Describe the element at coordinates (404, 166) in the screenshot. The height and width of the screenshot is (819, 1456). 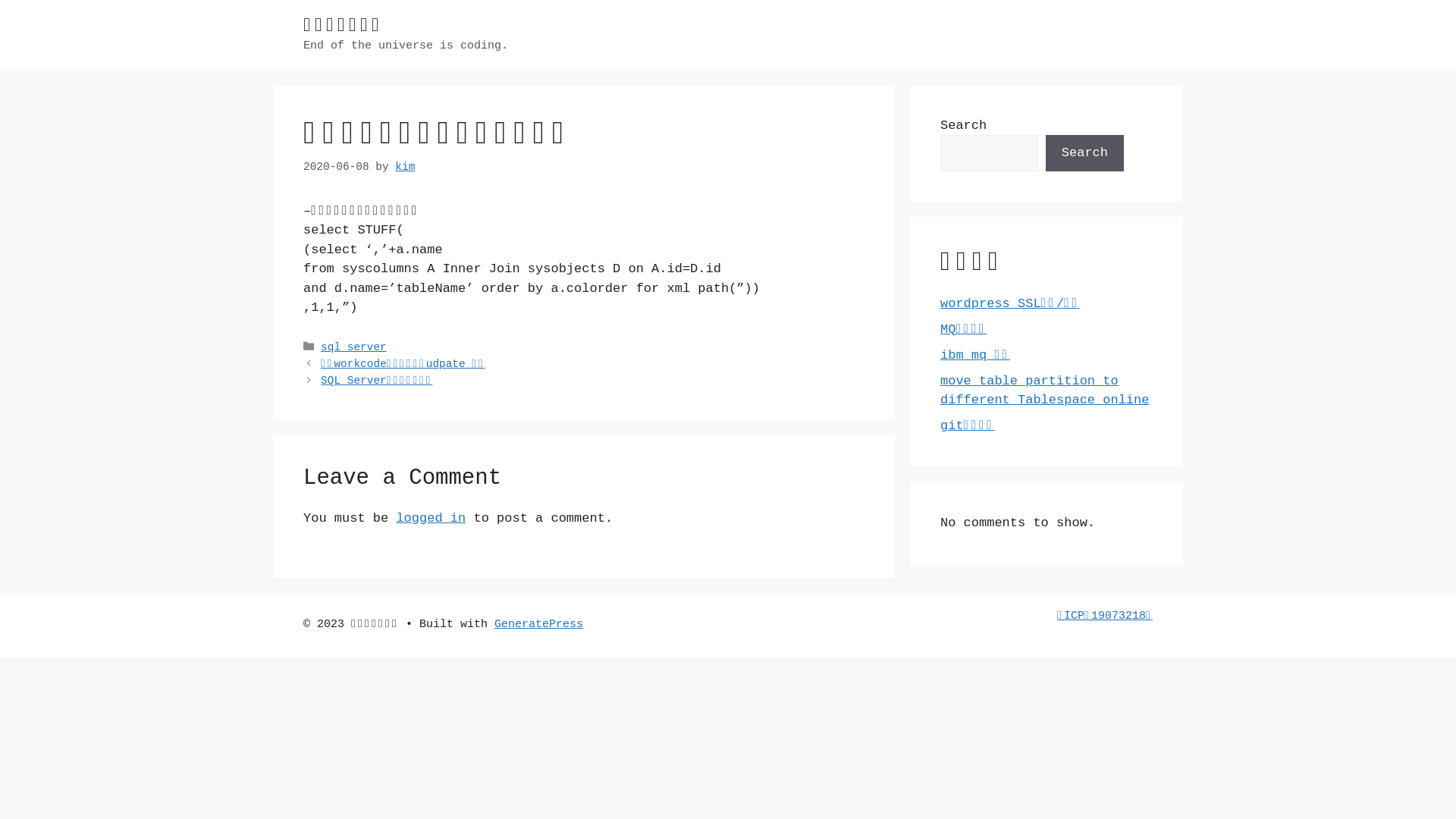
I see `'kim'` at that location.